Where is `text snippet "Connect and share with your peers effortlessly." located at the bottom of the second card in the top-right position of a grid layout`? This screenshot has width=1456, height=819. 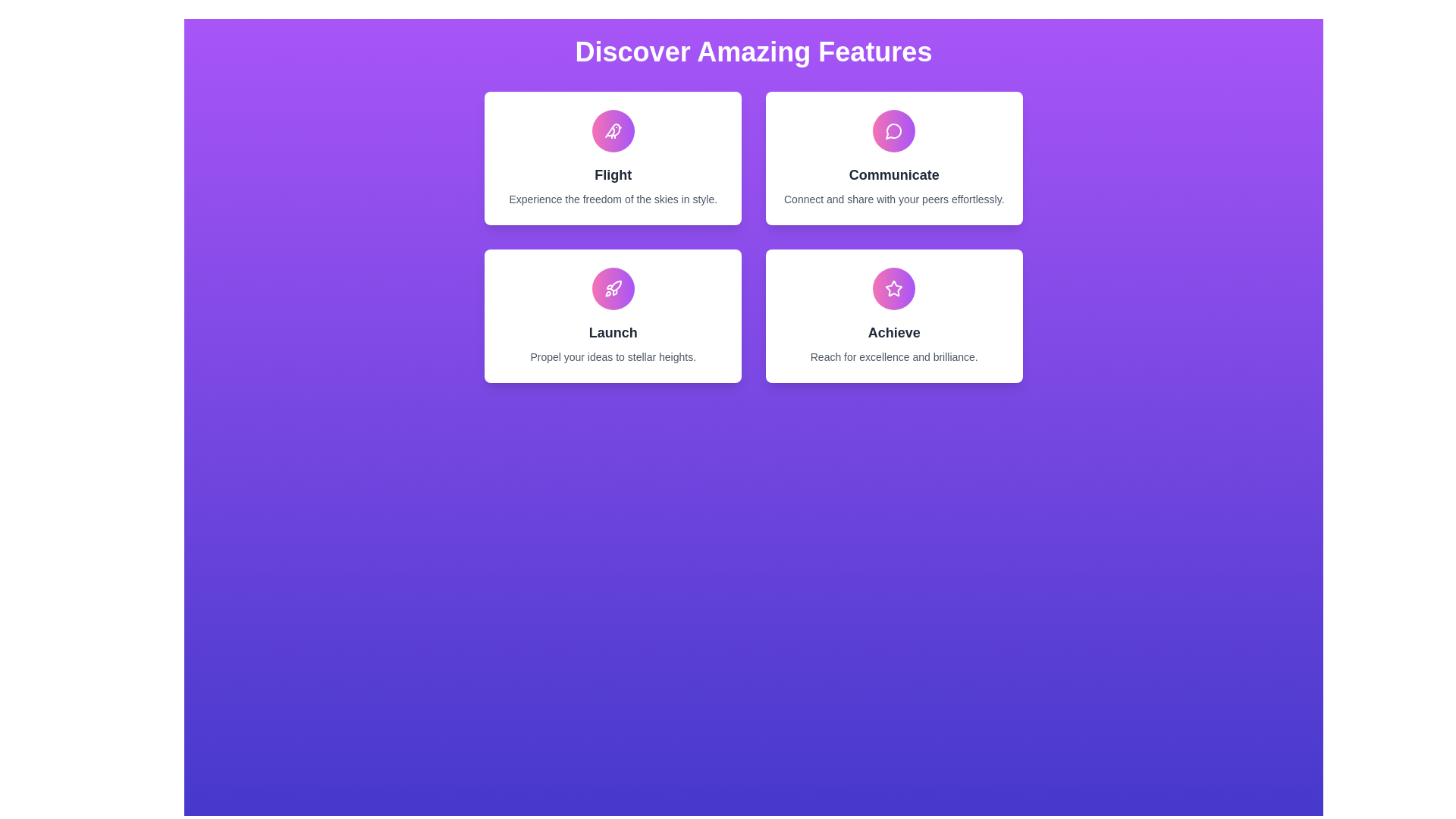
text snippet "Connect and share with your peers effortlessly." located at the bottom of the second card in the top-right position of a grid layout is located at coordinates (894, 198).